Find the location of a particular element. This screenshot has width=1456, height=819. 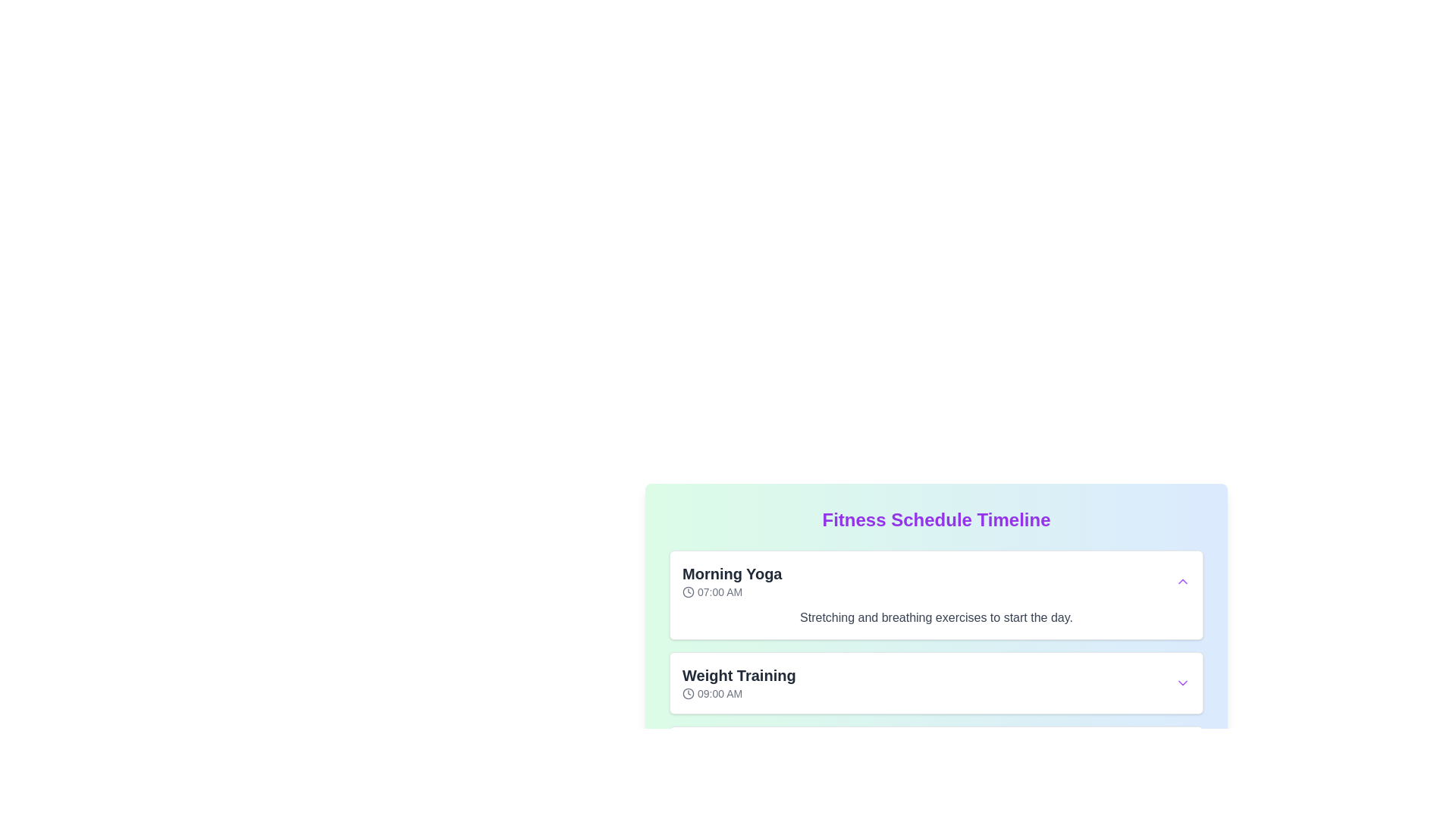

the graphical clock icon representing the time for the 'Morning Yoga' schedule item, which is located near the '07:00 AM' label is located at coordinates (687, 591).